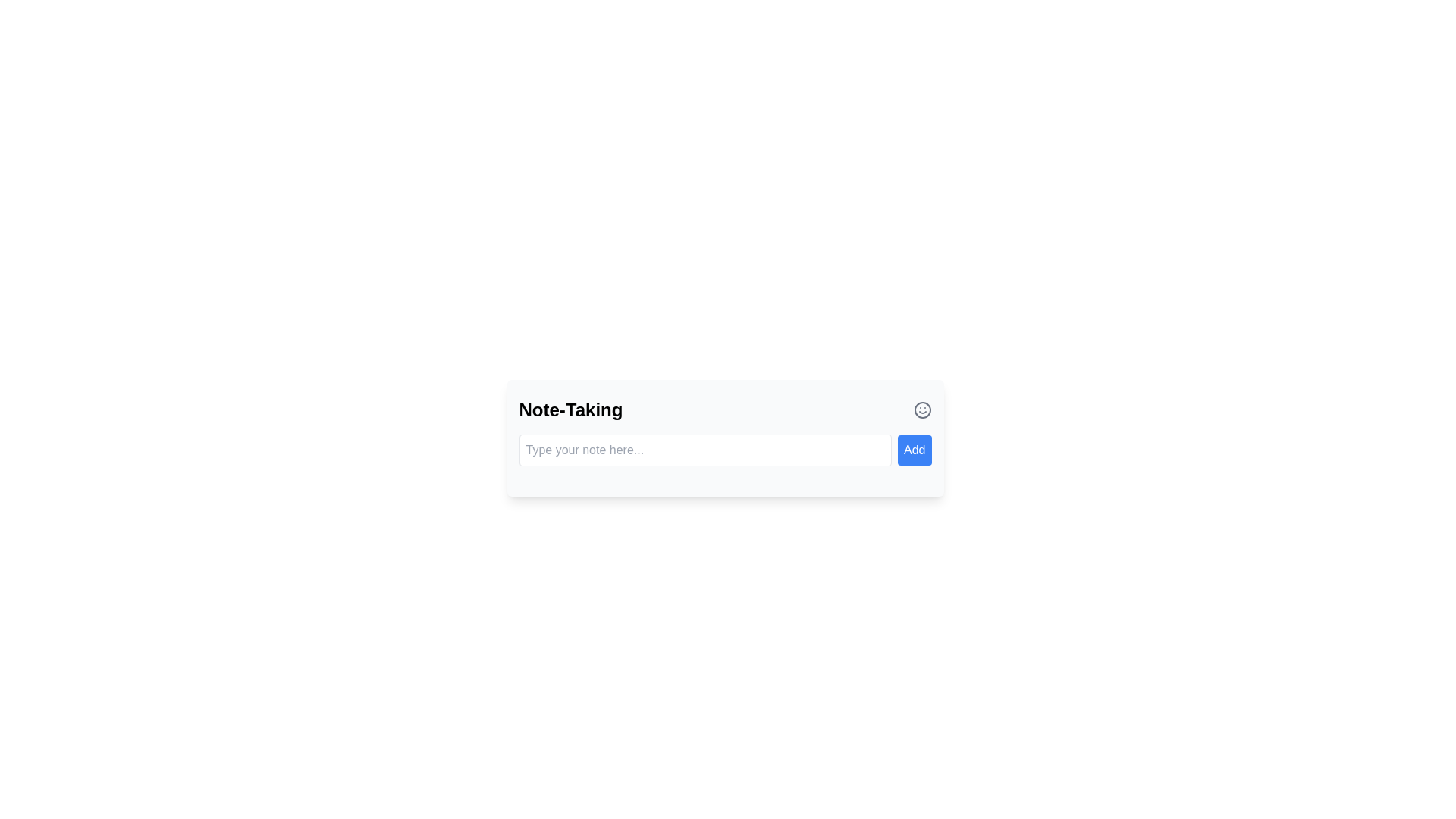 This screenshot has width=1456, height=819. What do you see at coordinates (921, 409) in the screenshot?
I see `the central SVG circle element located near the top-right of the note-taking interface` at bounding box center [921, 409].